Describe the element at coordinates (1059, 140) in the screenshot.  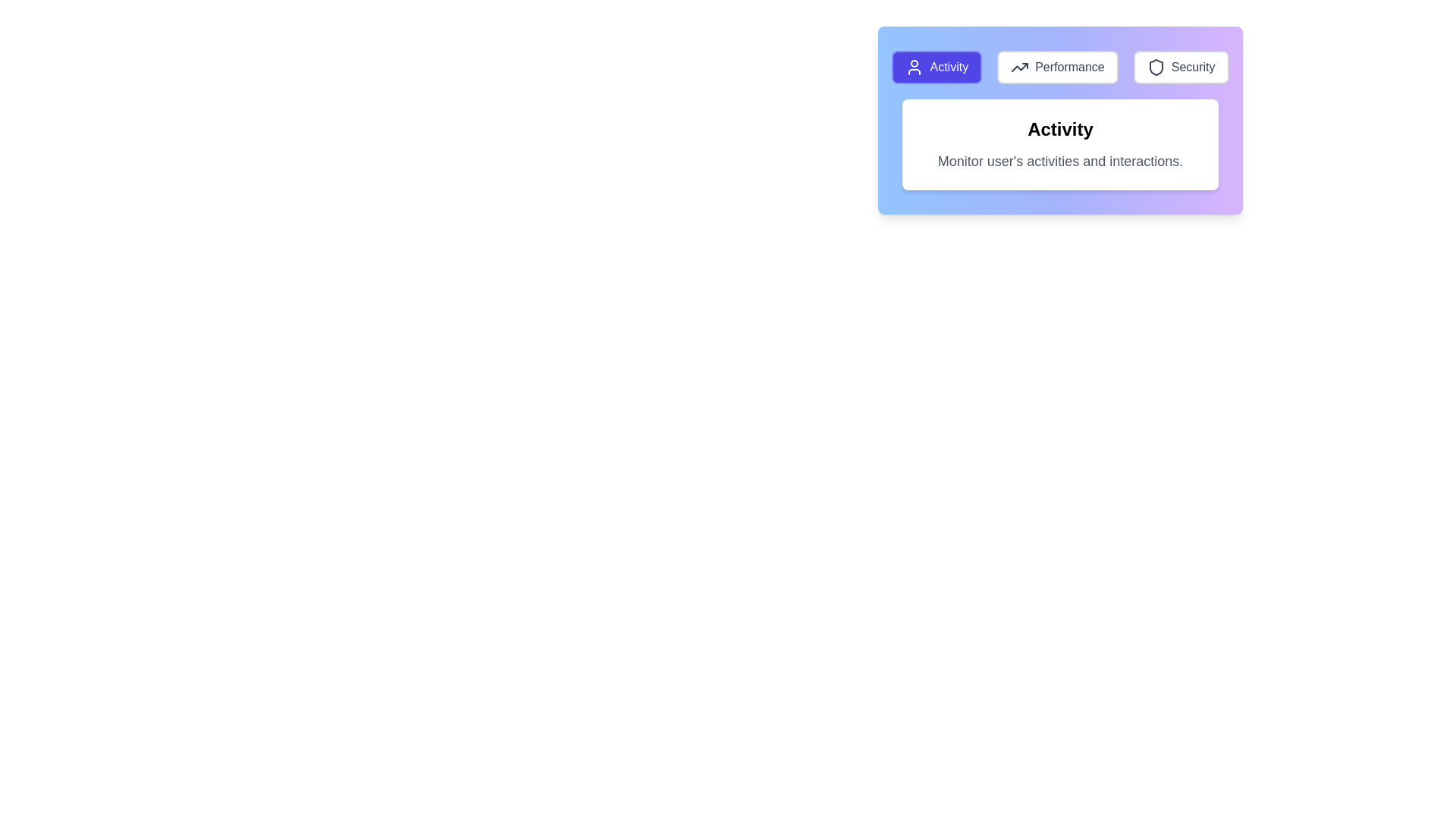
I see `the Information panel that provides a textual description about monitoring user activities and interactions, located below the 'Activity', 'Performance', and 'Security' buttons` at that location.